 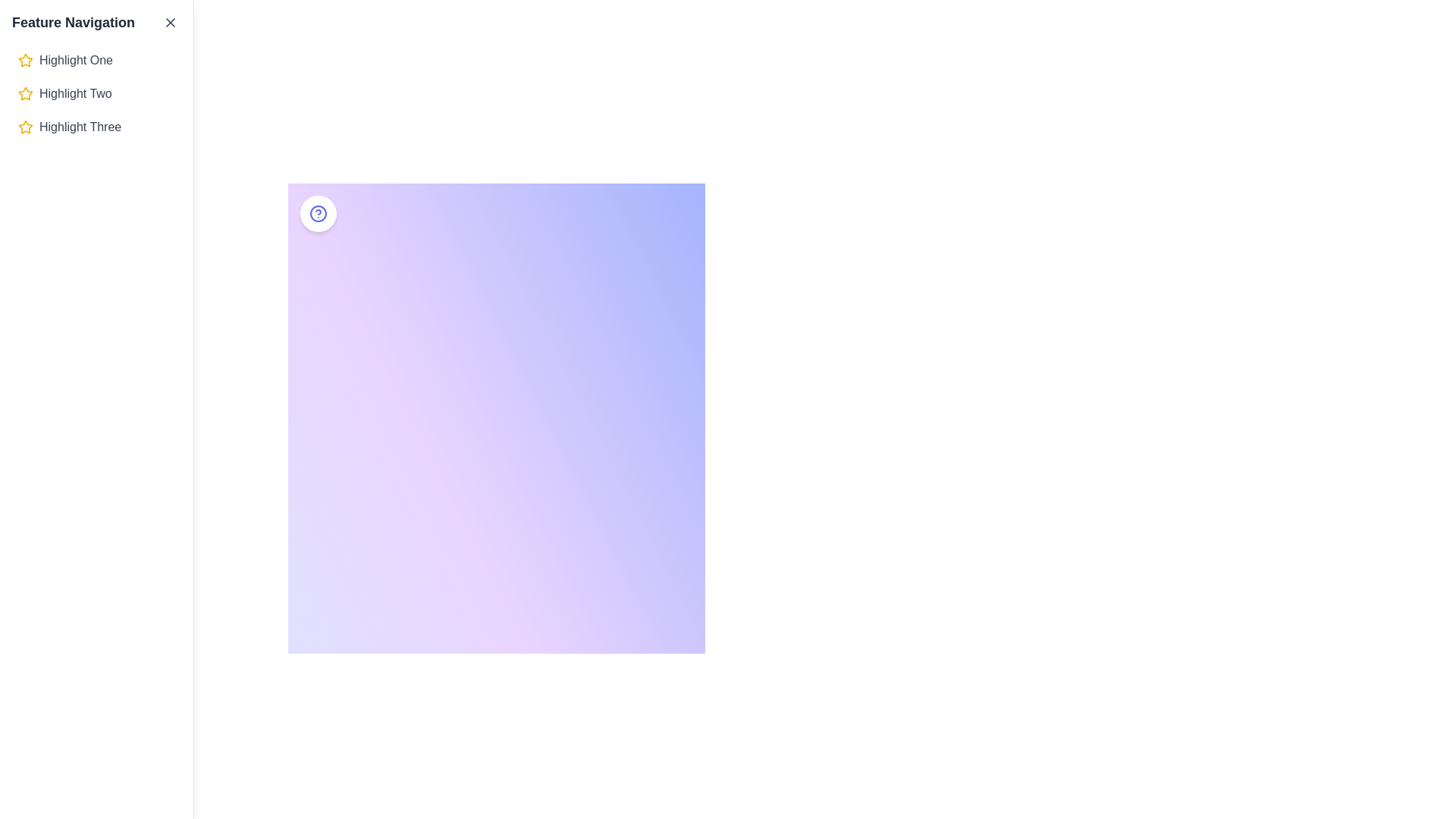 I want to click on the star icon indicating the active state of 'Highlight Three' option located in the left menu panel, so click(x=25, y=127).